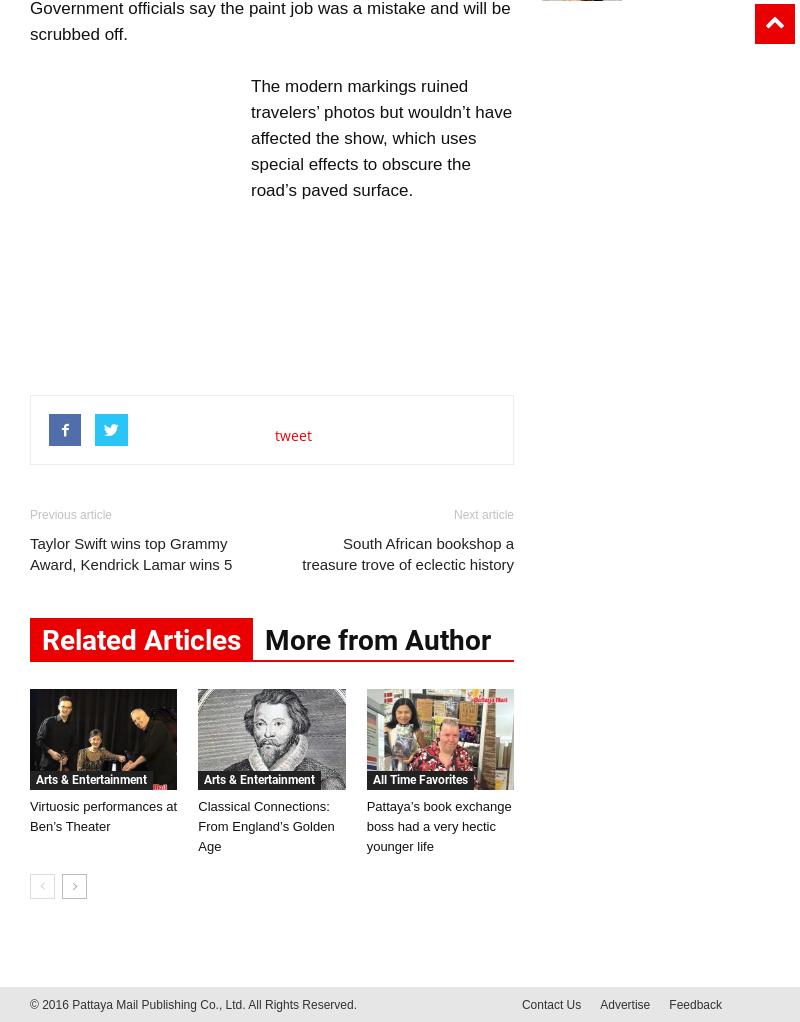 The width and height of the screenshot is (800, 1022). What do you see at coordinates (30, 513) in the screenshot?
I see `'Previous article'` at bounding box center [30, 513].